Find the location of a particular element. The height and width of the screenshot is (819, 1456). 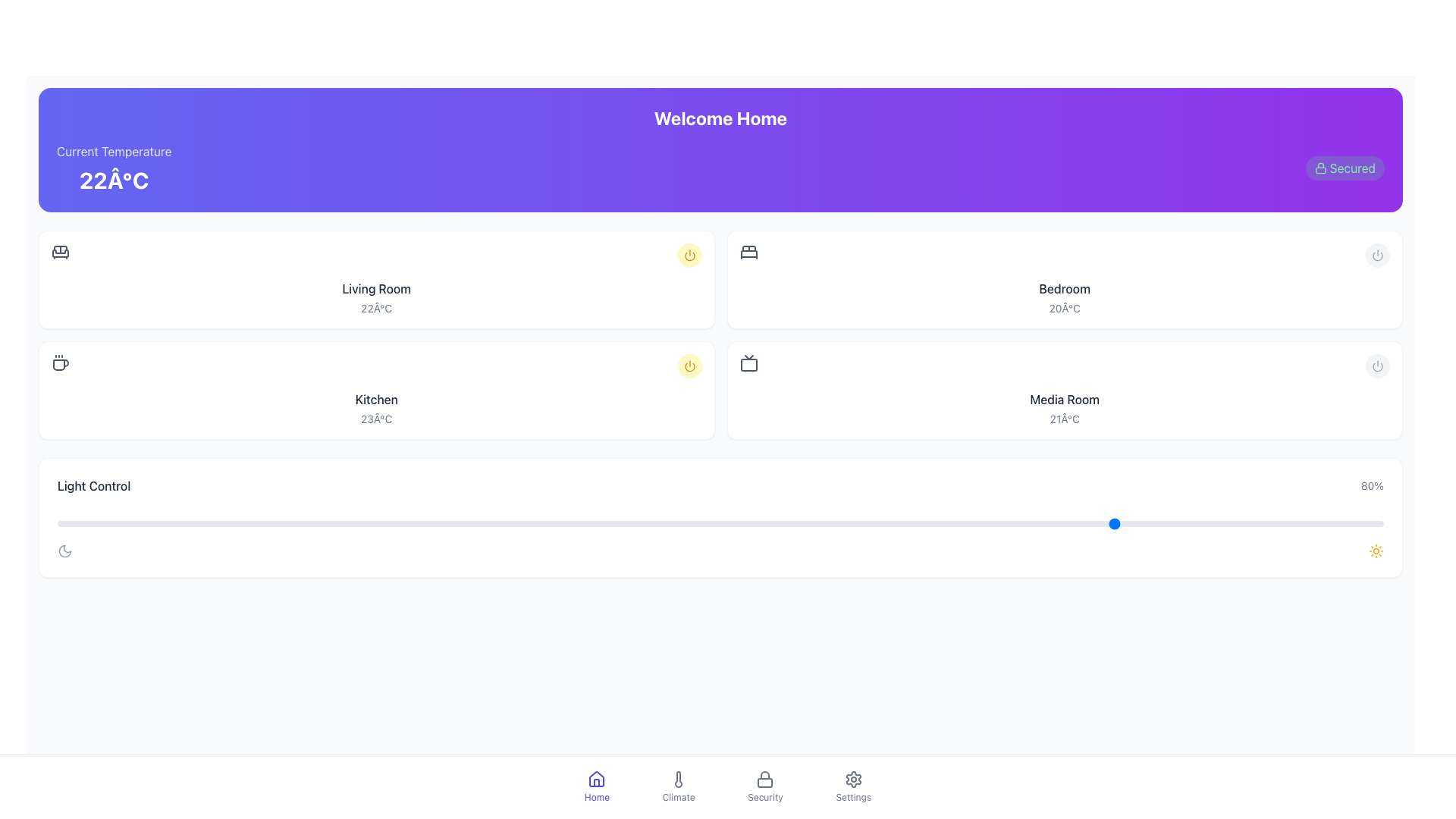

the decorative SVG icon representing the living room area in the smart home dashboard interface, located at the top-left corner of its section is located at coordinates (61, 251).